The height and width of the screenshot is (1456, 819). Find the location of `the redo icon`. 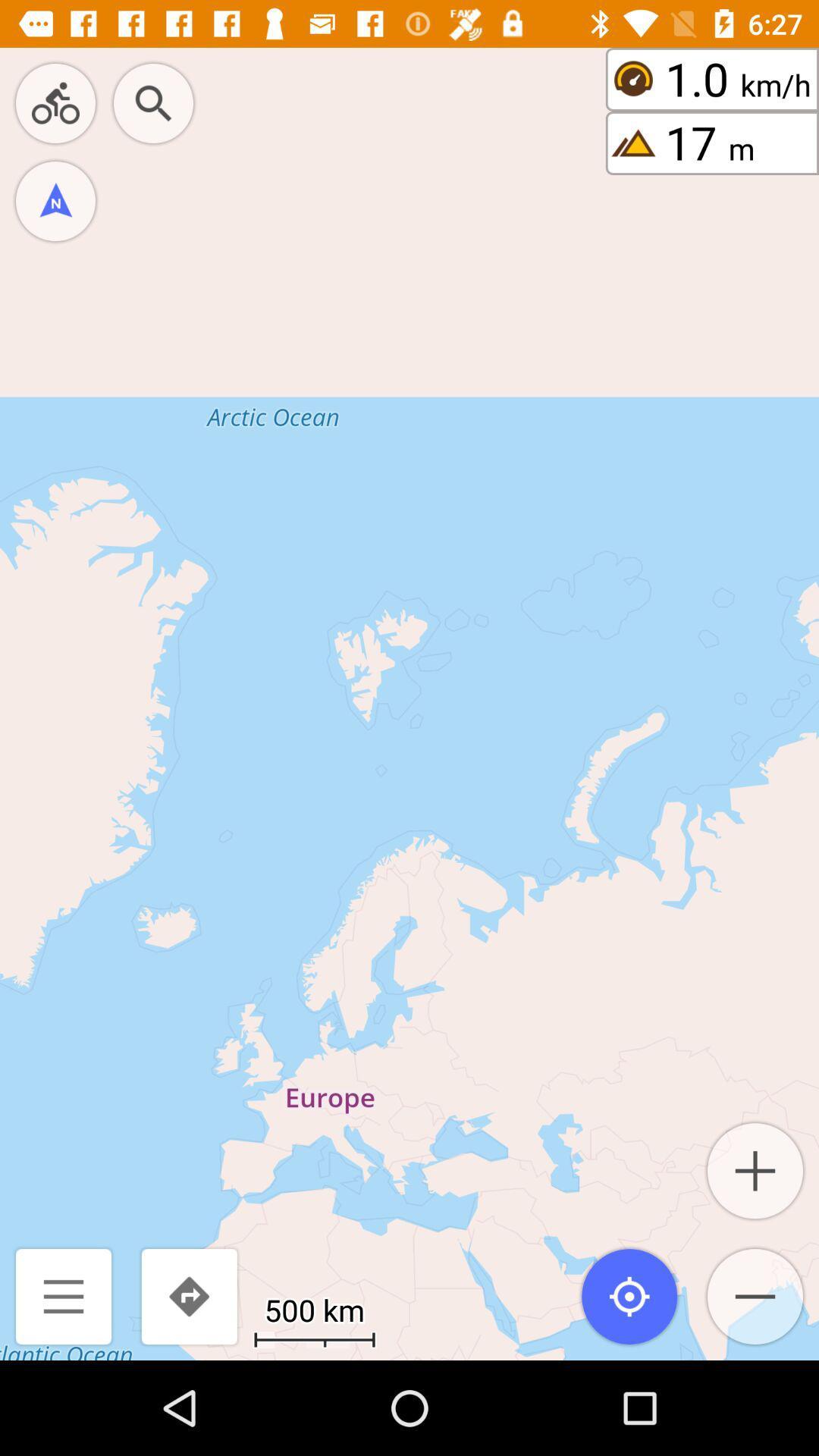

the redo icon is located at coordinates (188, 1295).